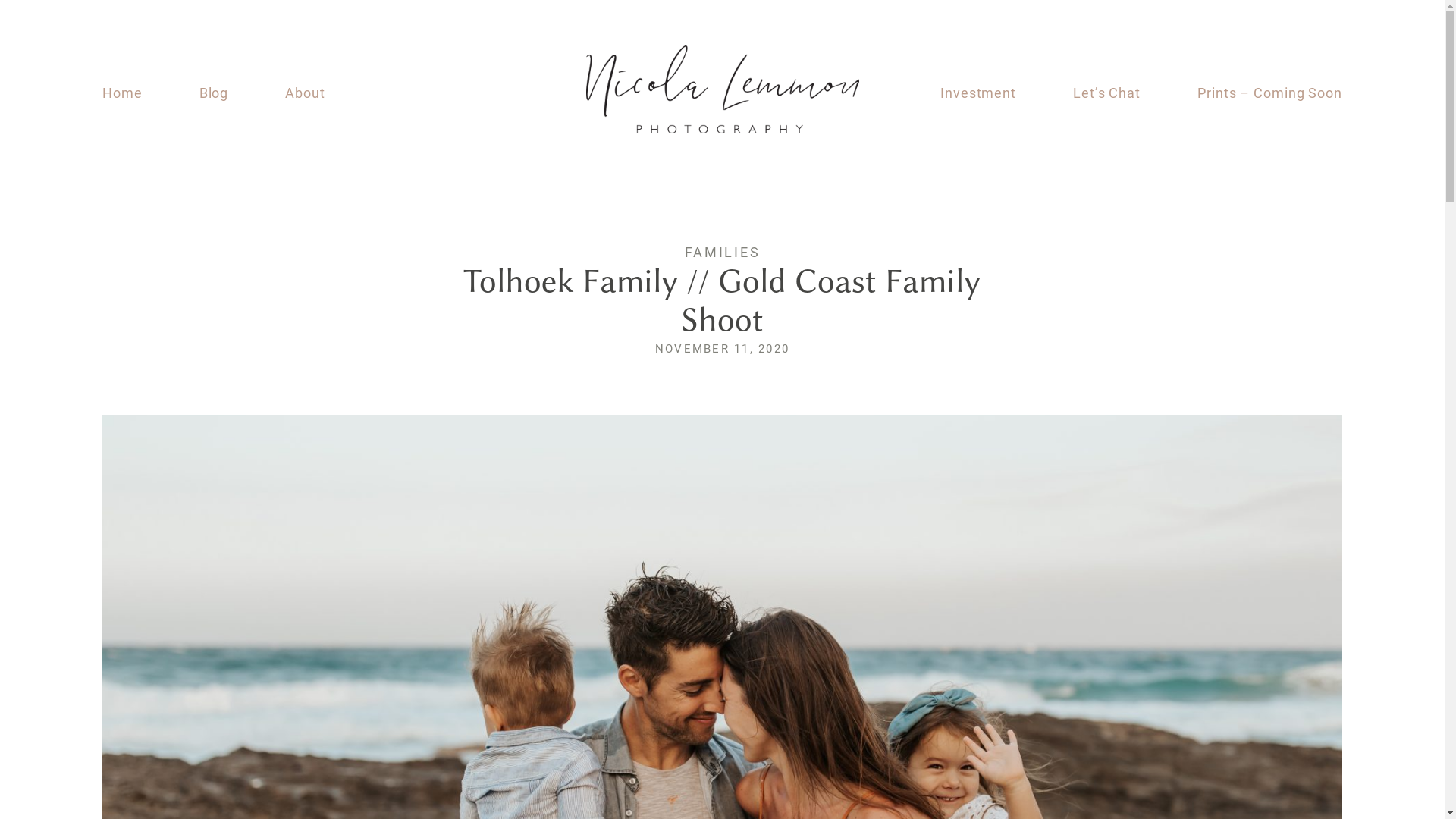 This screenshot has width=1456, height=819. I want to click on 'Investment', so click(978, 93).